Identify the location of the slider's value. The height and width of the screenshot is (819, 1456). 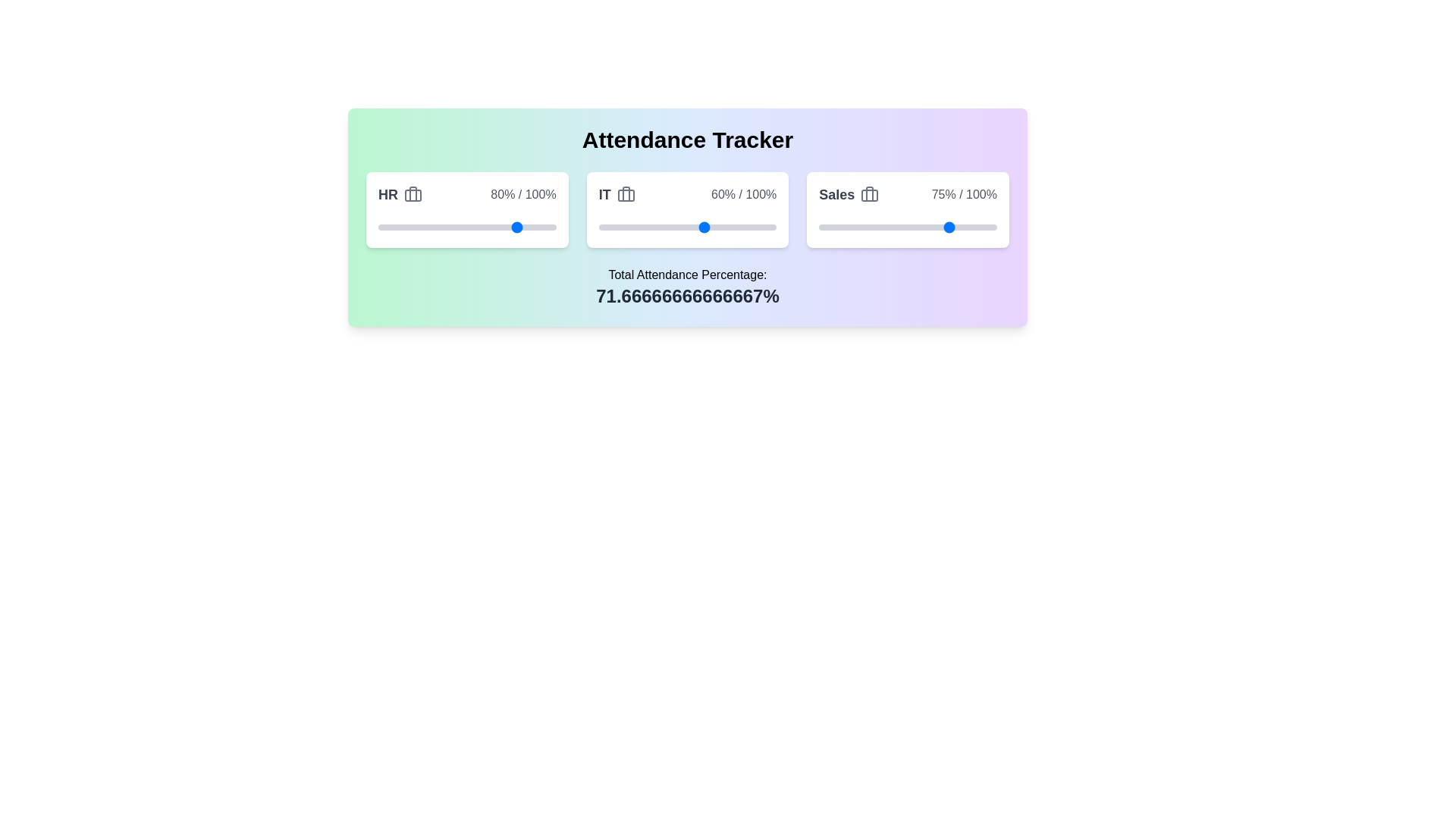
(876, 227).